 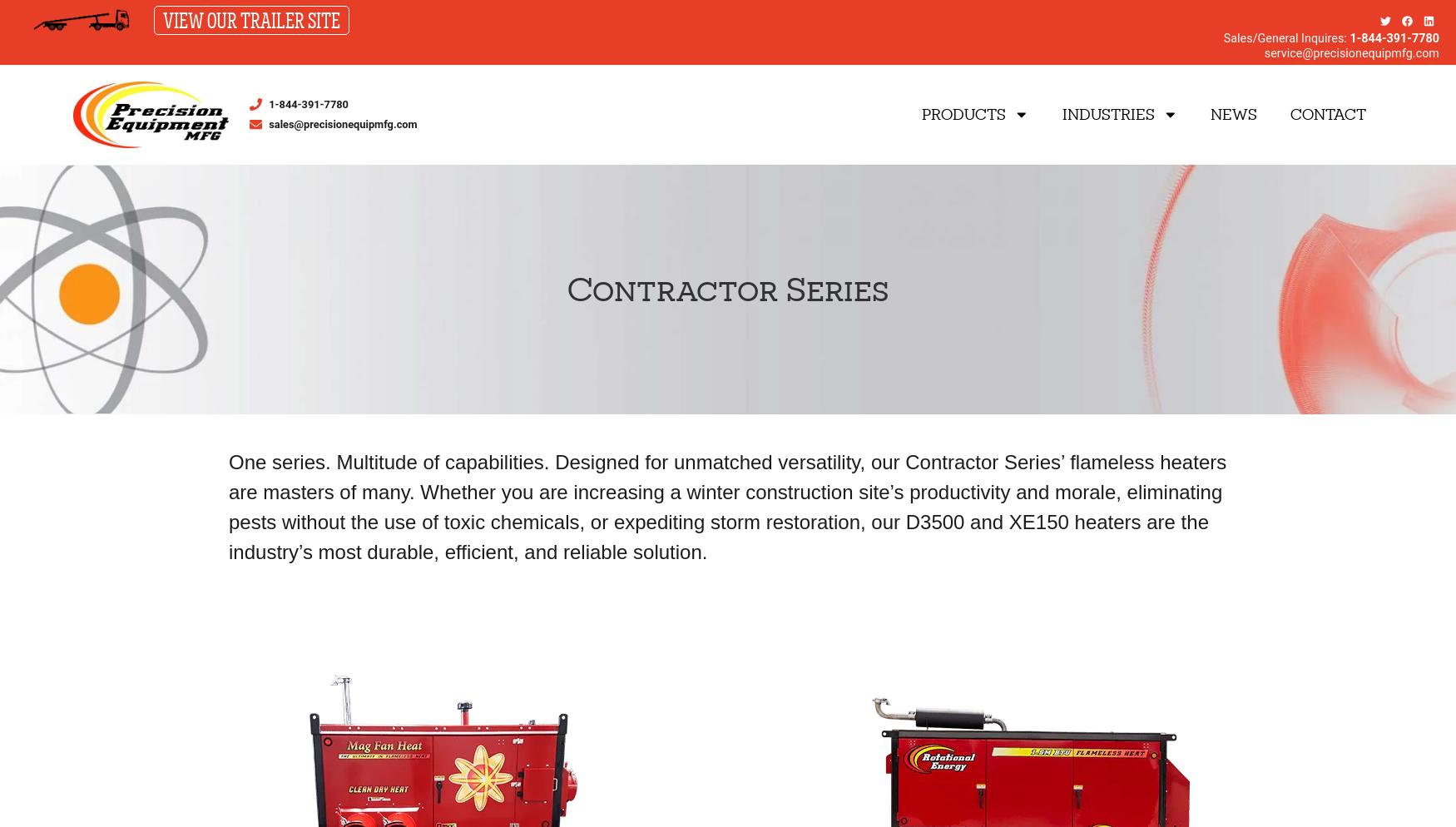 I want to click on 'Contractor Series', so click(x=565, y=288).